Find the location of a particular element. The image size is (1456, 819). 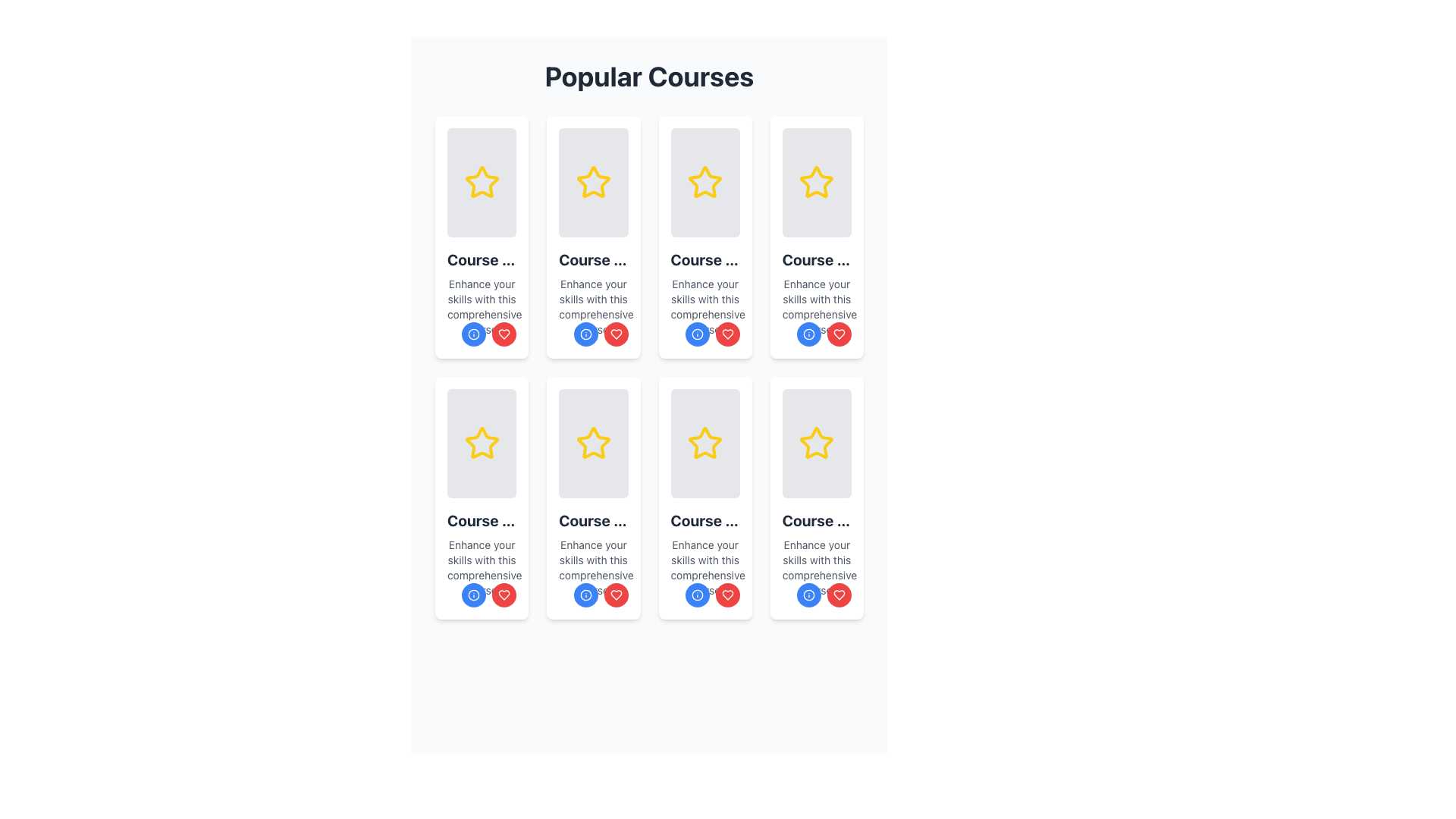

the circular blue button with a white info icon at the bottom-center of the card is located at coordinates (473, 333).